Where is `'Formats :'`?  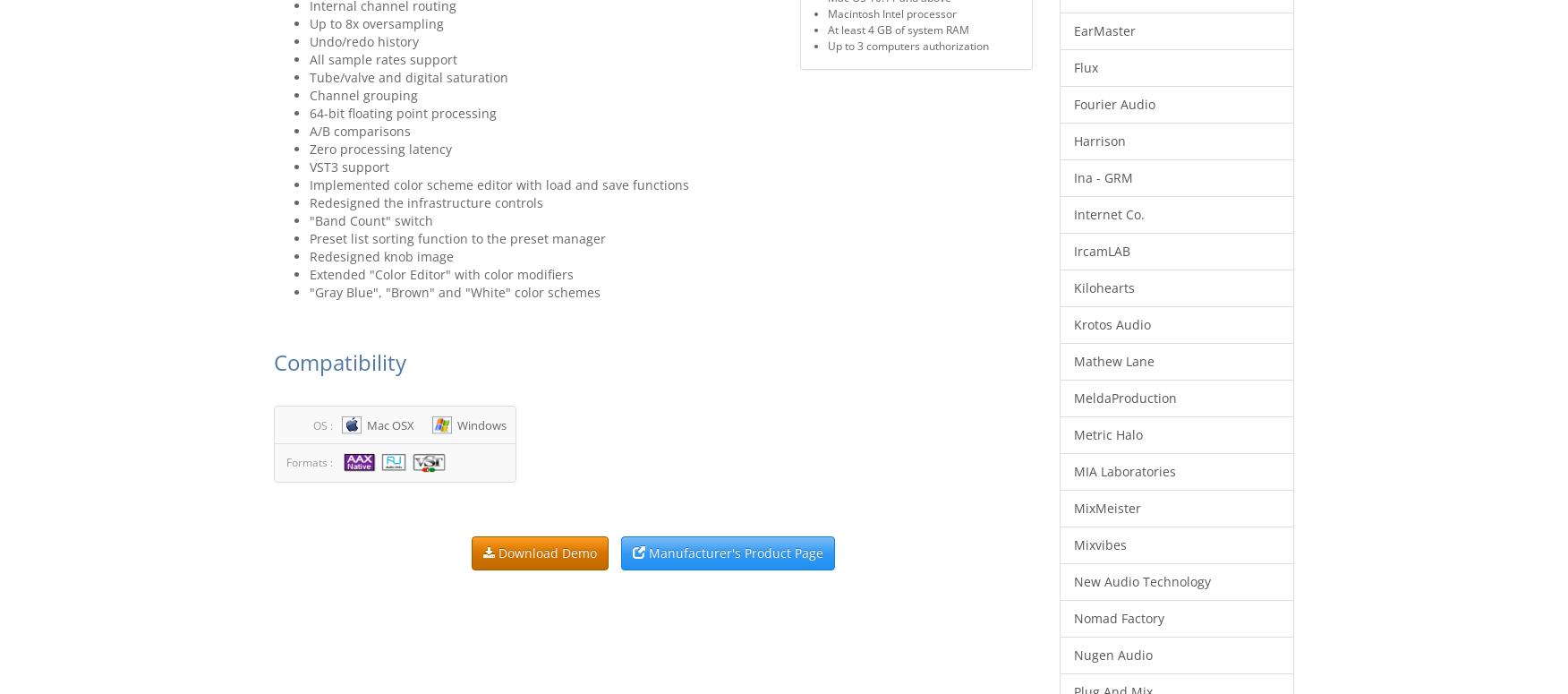 'Formats :' is located at coordinates (310, 461).